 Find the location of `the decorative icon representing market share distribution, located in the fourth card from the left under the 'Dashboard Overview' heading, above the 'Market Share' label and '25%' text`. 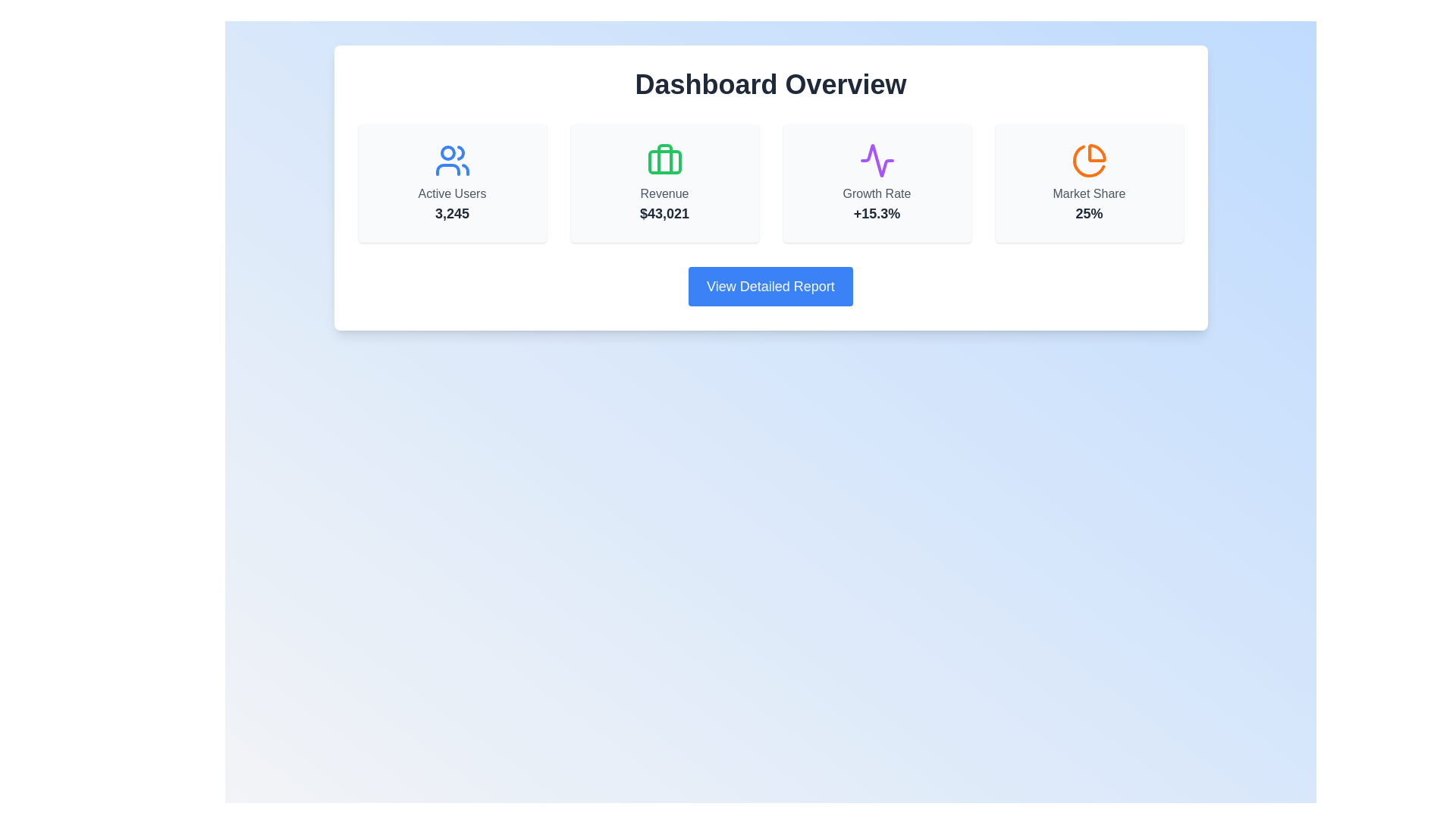

the decorative icon representing market share distribution, located in the fourth card from the left under the 'Dashboard Overview' heading, above the 'Market Share' label and '25%' text is located at coordinates (1088, 161).